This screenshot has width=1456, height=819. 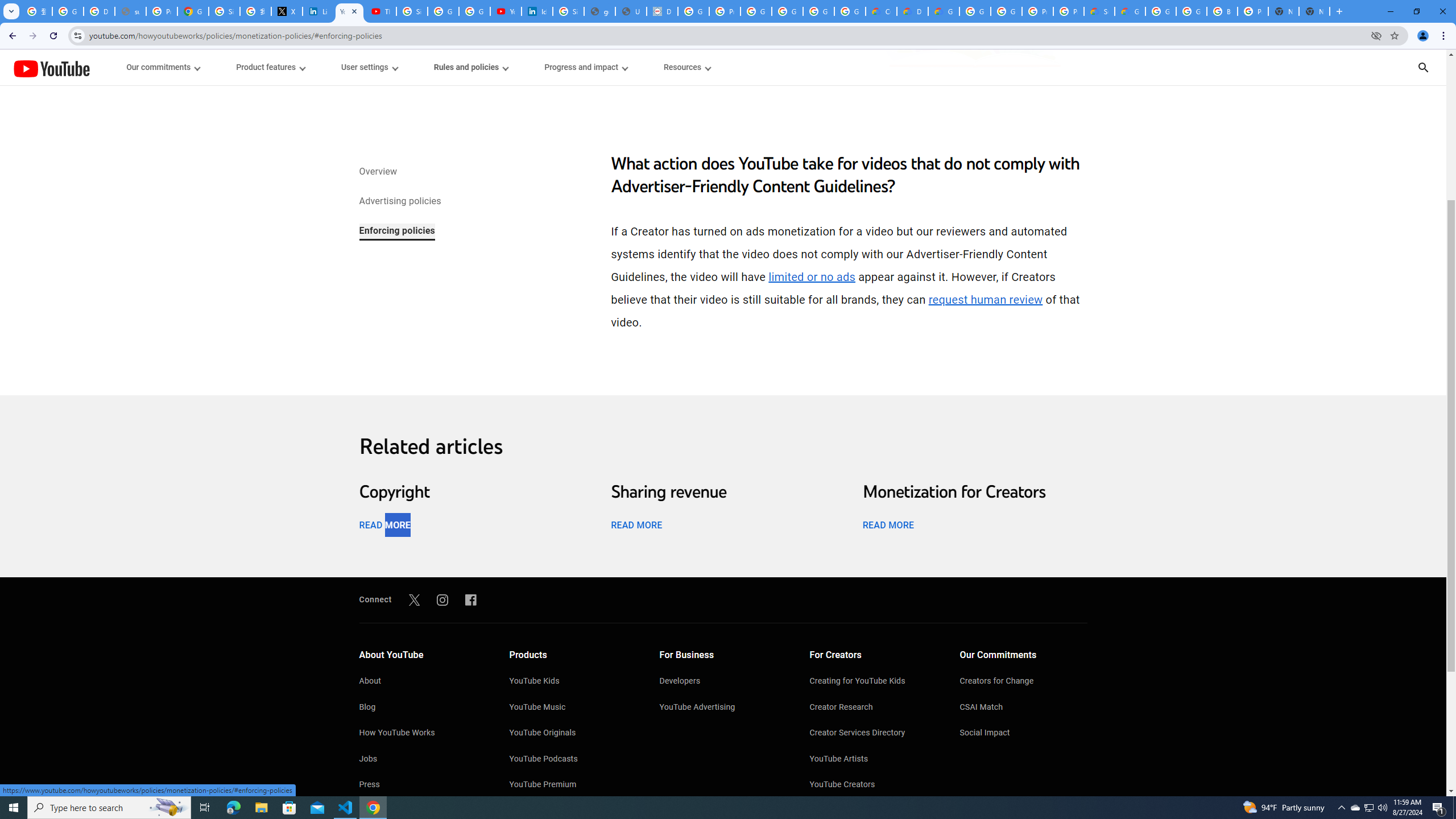 I want to click on 'JUMP TO CONTENT', so click(x=118, y=67).